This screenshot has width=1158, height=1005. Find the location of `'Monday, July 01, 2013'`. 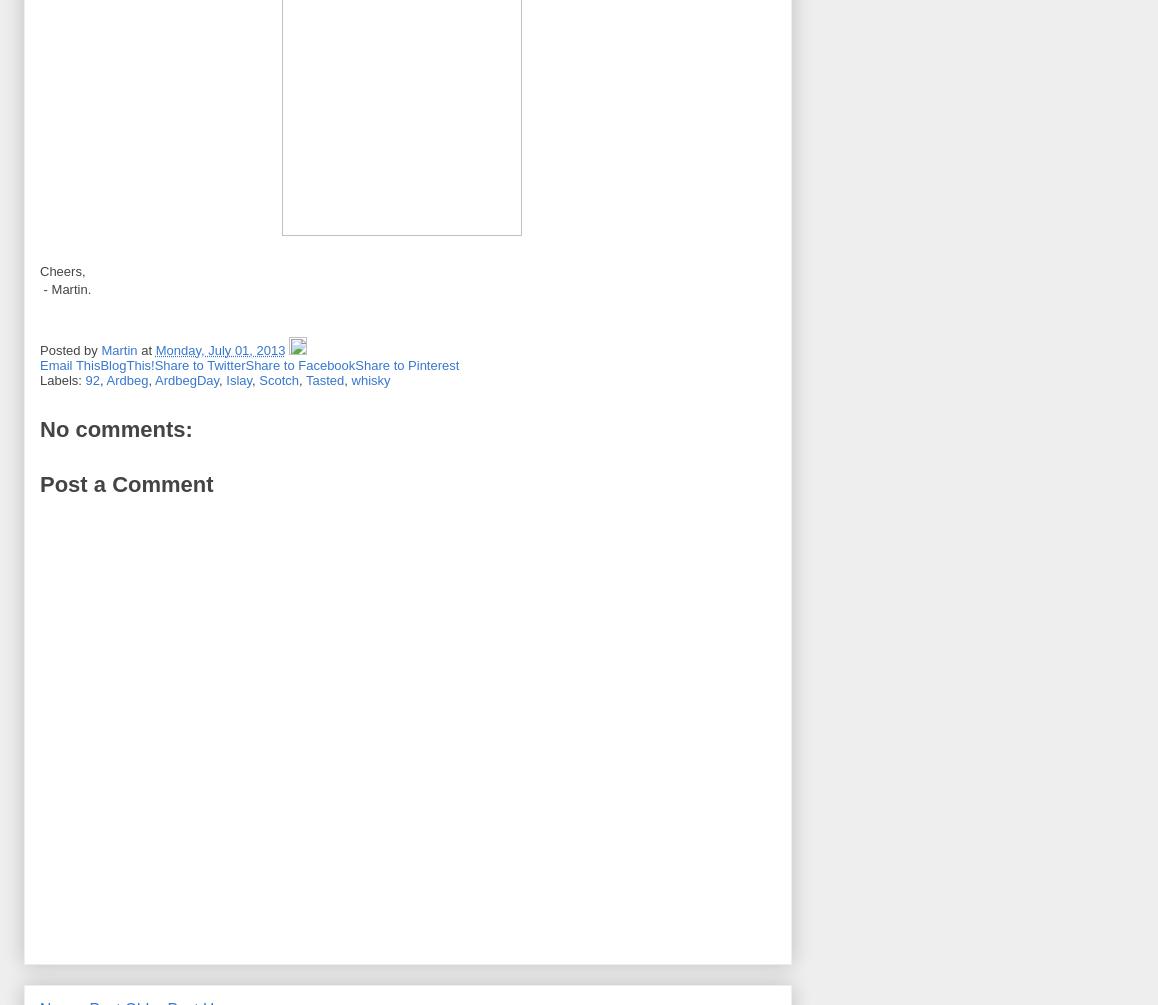

'Monday, July 01, 2013' is located at coordinates (220, 349).